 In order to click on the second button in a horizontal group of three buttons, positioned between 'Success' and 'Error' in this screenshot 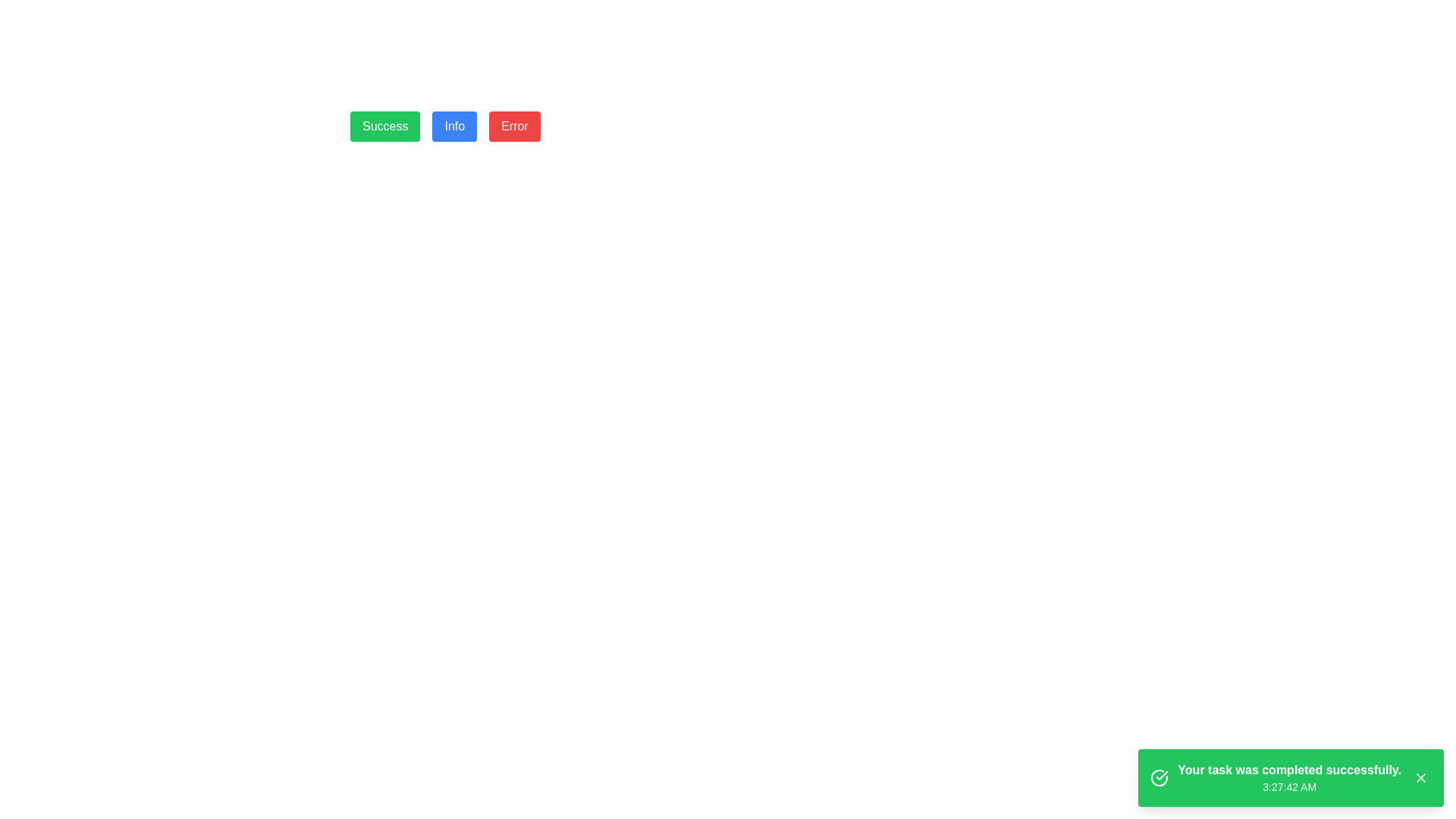, I will do `click(453, 125)`.